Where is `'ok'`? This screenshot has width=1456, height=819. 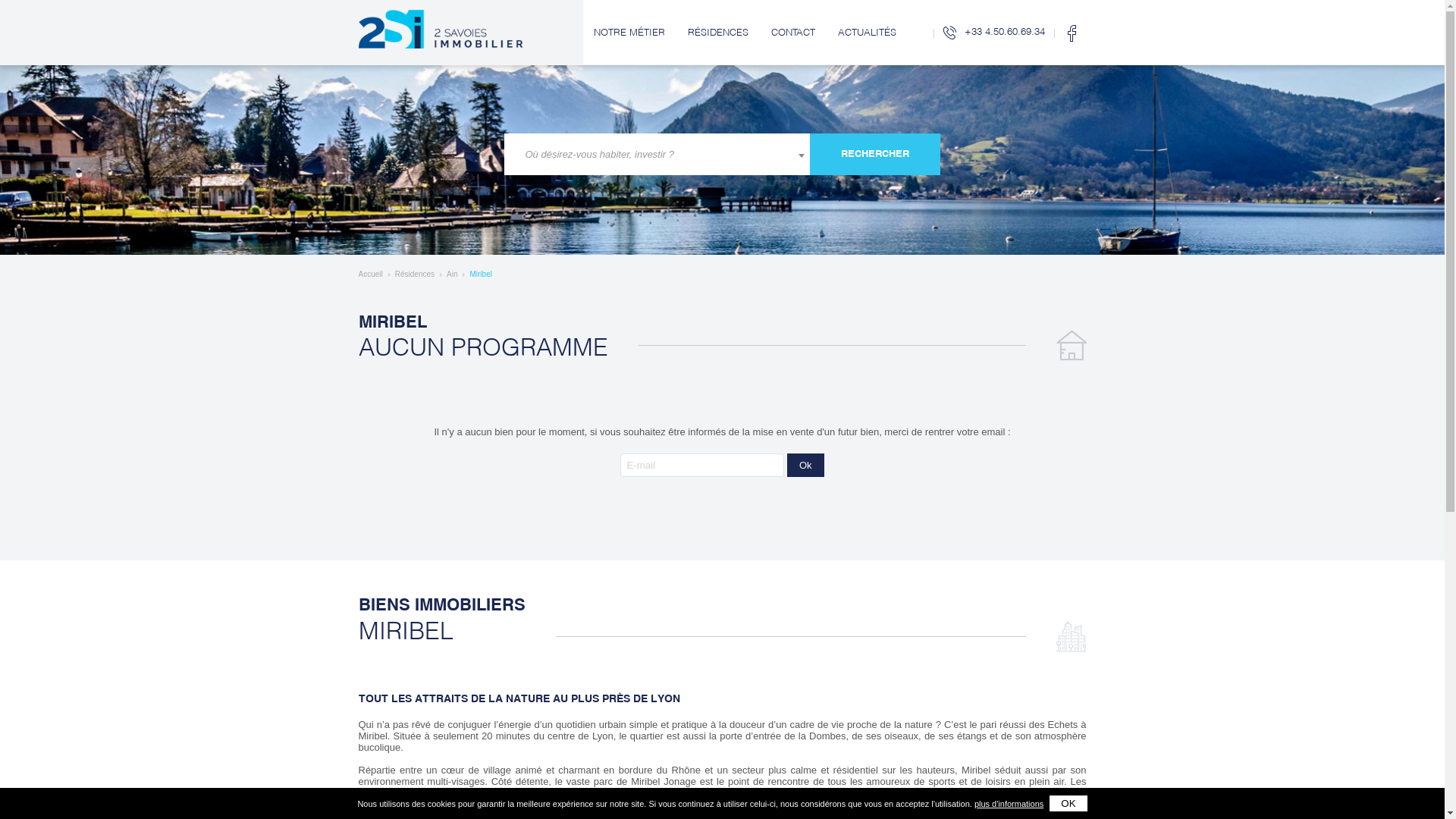 'ok' is located at coordinates (1067, 802).